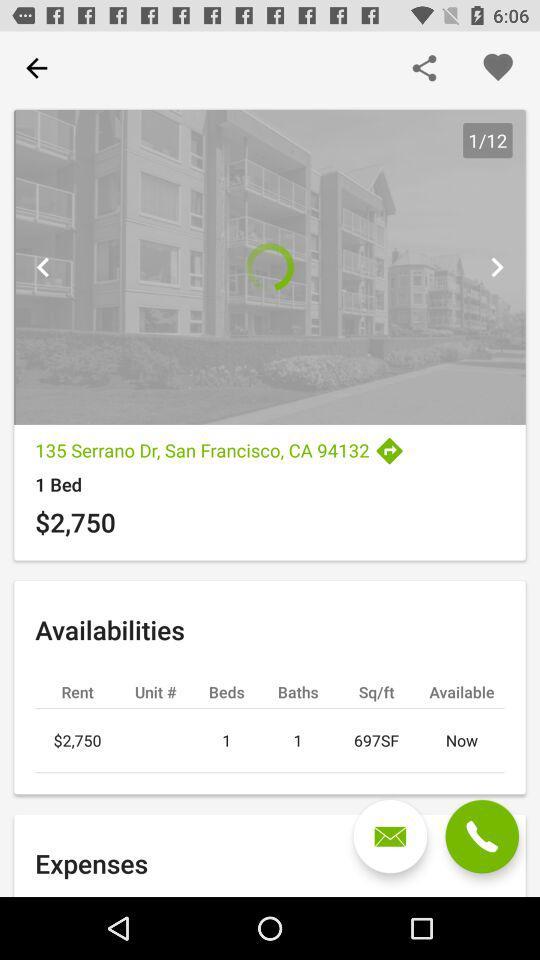 The width and height of the screenshot is (540, 960). I want to click on share button, so click(423, 68).